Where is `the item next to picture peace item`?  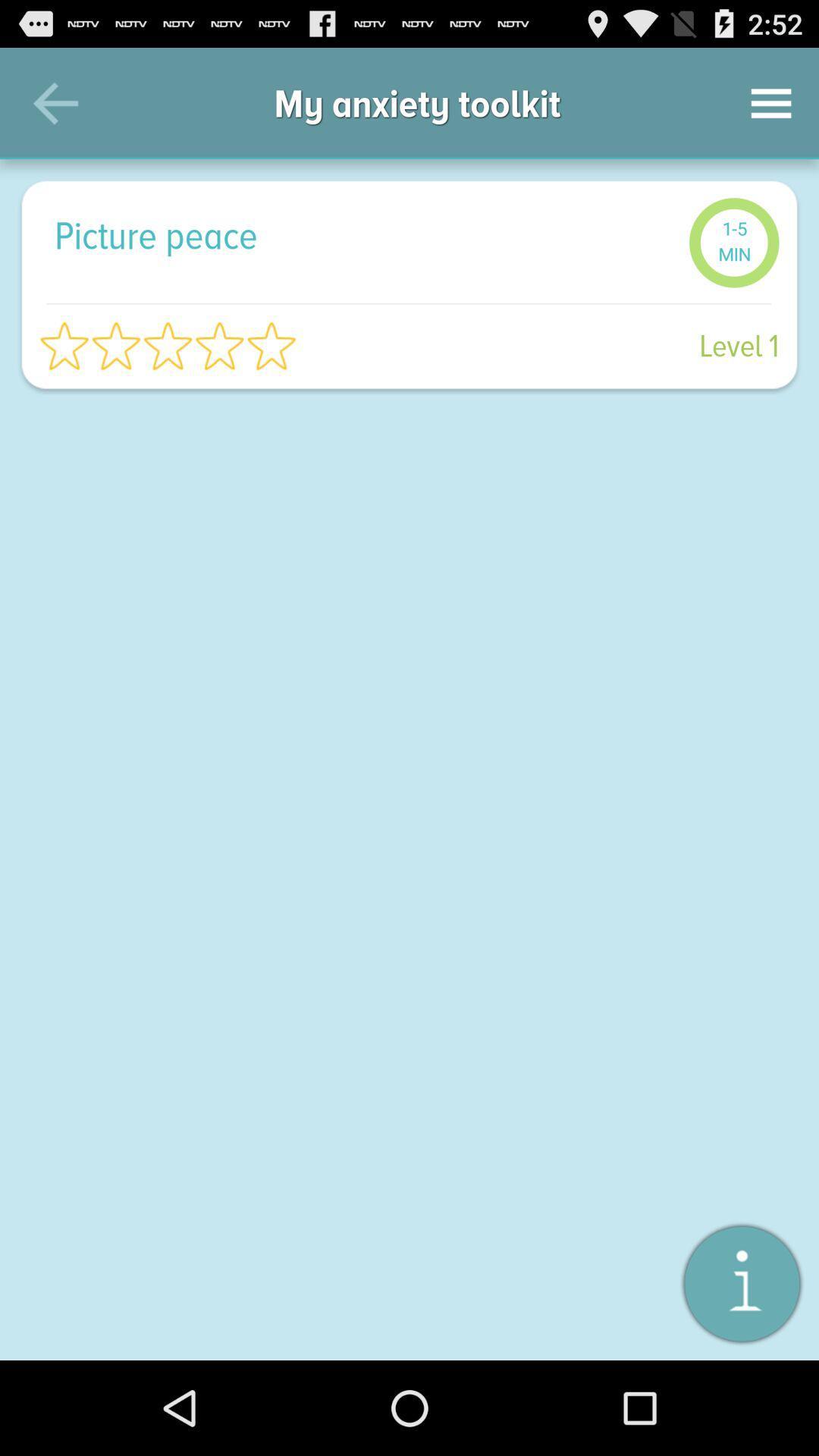 the item next to picture peace item is located at coordinates (733, 243).